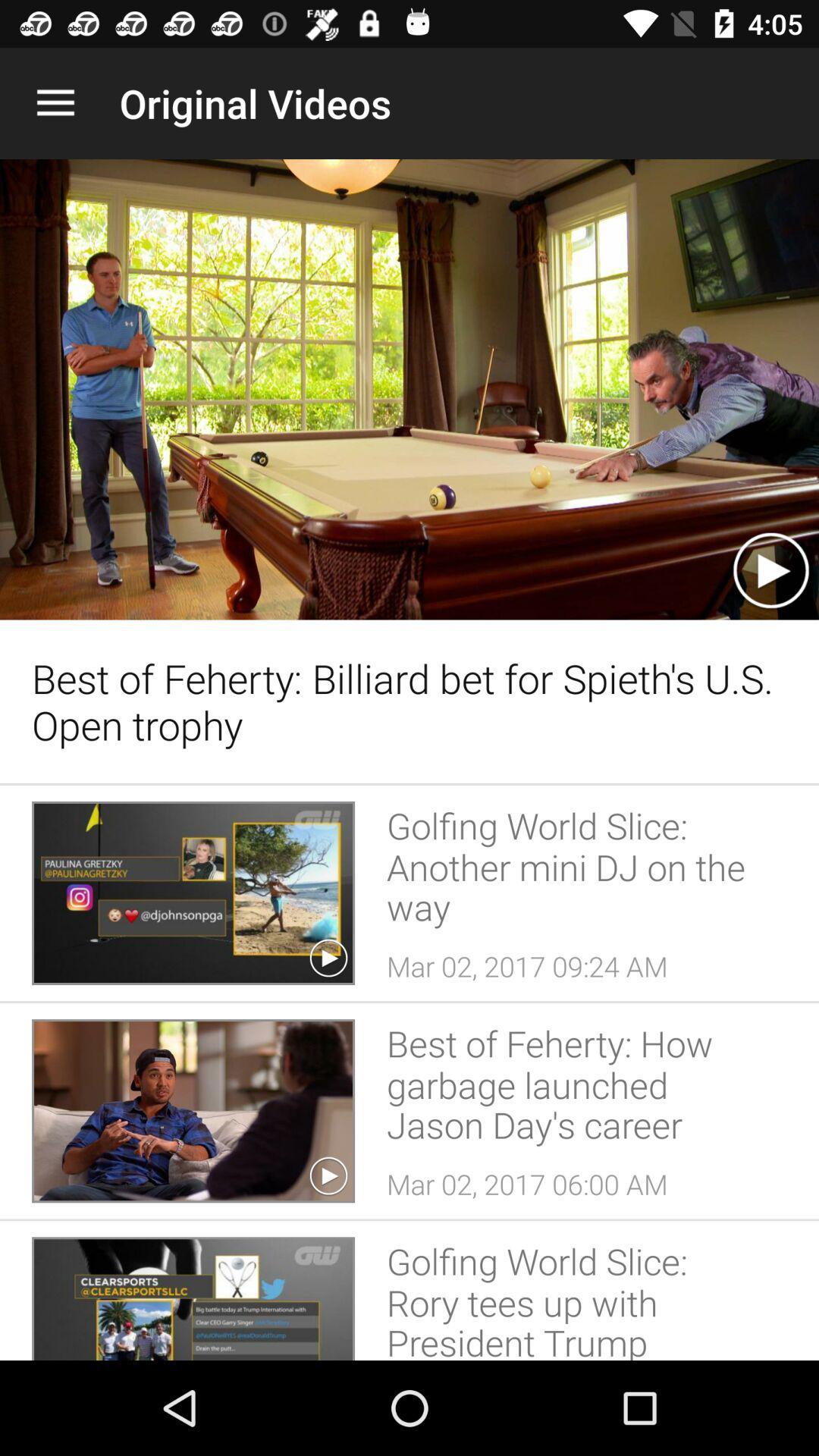 The image size is (819, 1456). What do you see at coordinates (55, 102) in the screenshot?
I see `icon next to original videos icon` at bounding box center [55, 102].